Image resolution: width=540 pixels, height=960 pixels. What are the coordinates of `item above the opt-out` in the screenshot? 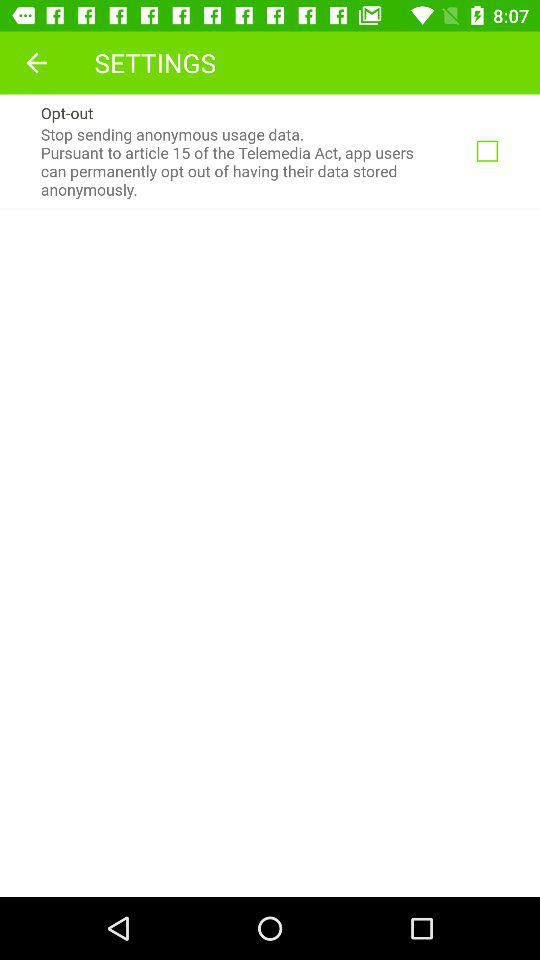 It's located at (36, 62).